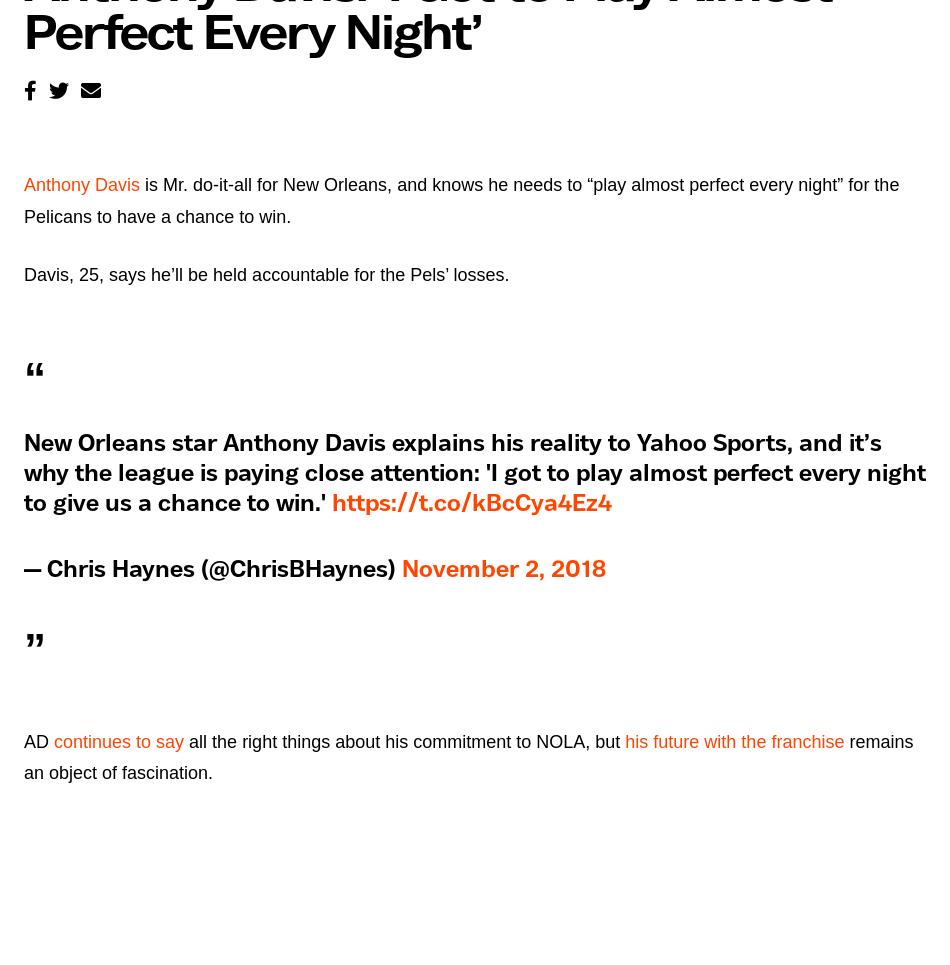 The width and height of the screenshot is (950, 965). What do you see at coordinates (503, 569) in the screenshot?
I see `'November 2, 2018'` at bounding box center [503, 569].